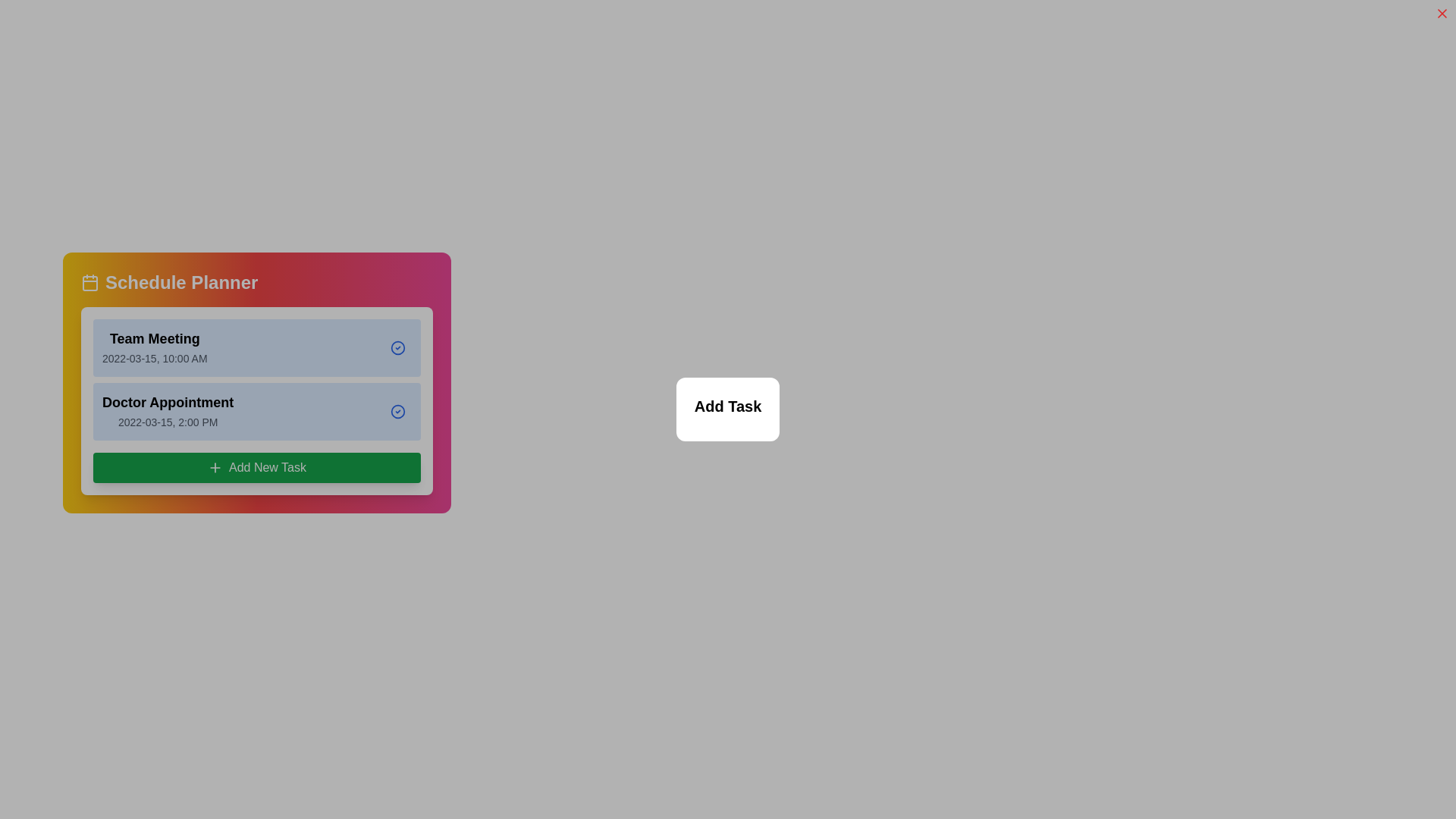 This screenshot has width=1456, height=819. Describe the element at coordinates (89, 284) in the screenshot. I see `the decorative component within the calendar icon, located in the top-left corner adjacent to 'Schedule Planner'` at that location.